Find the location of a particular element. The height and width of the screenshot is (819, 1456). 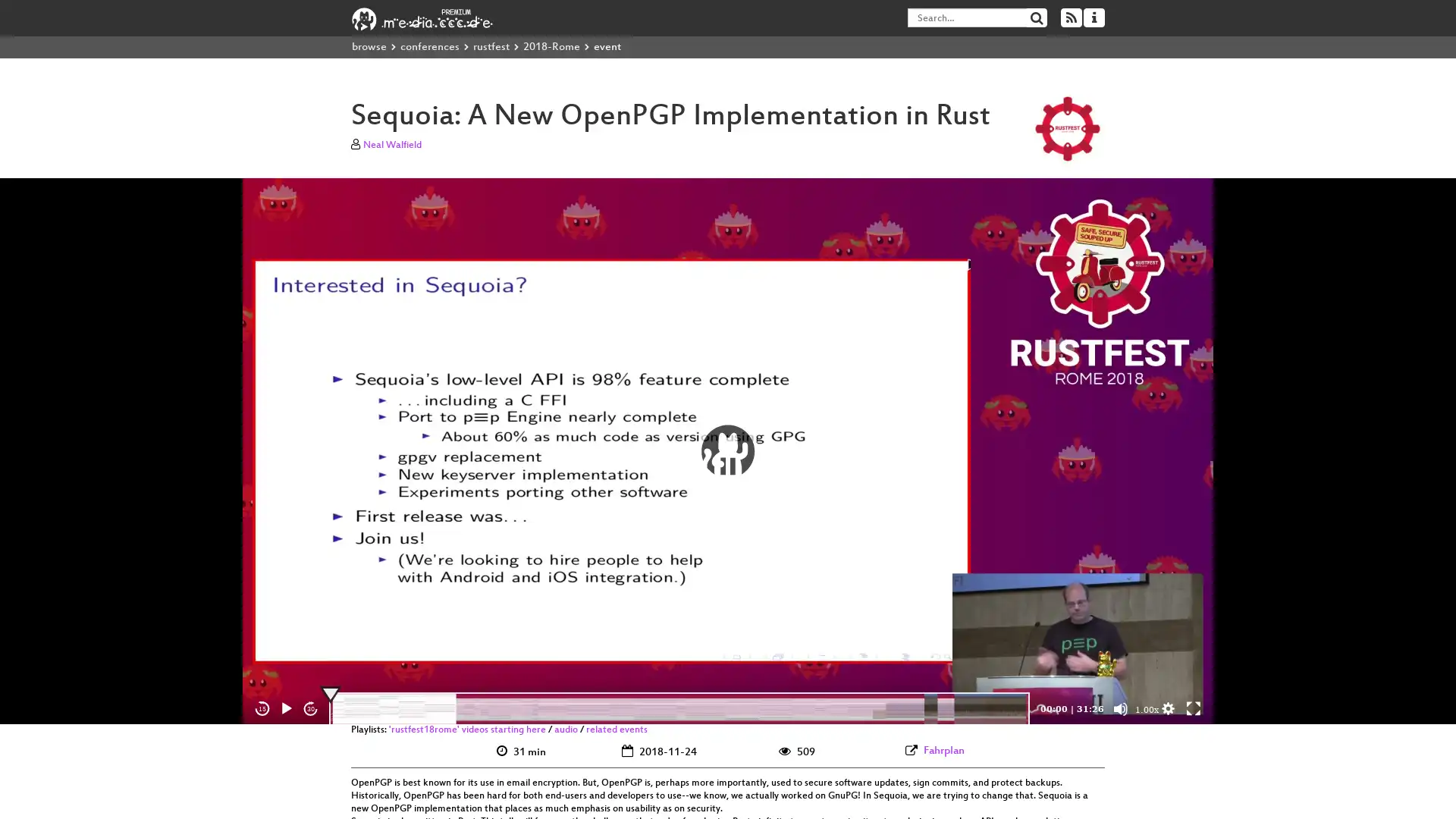

Play is located at coordinates (728, 450).